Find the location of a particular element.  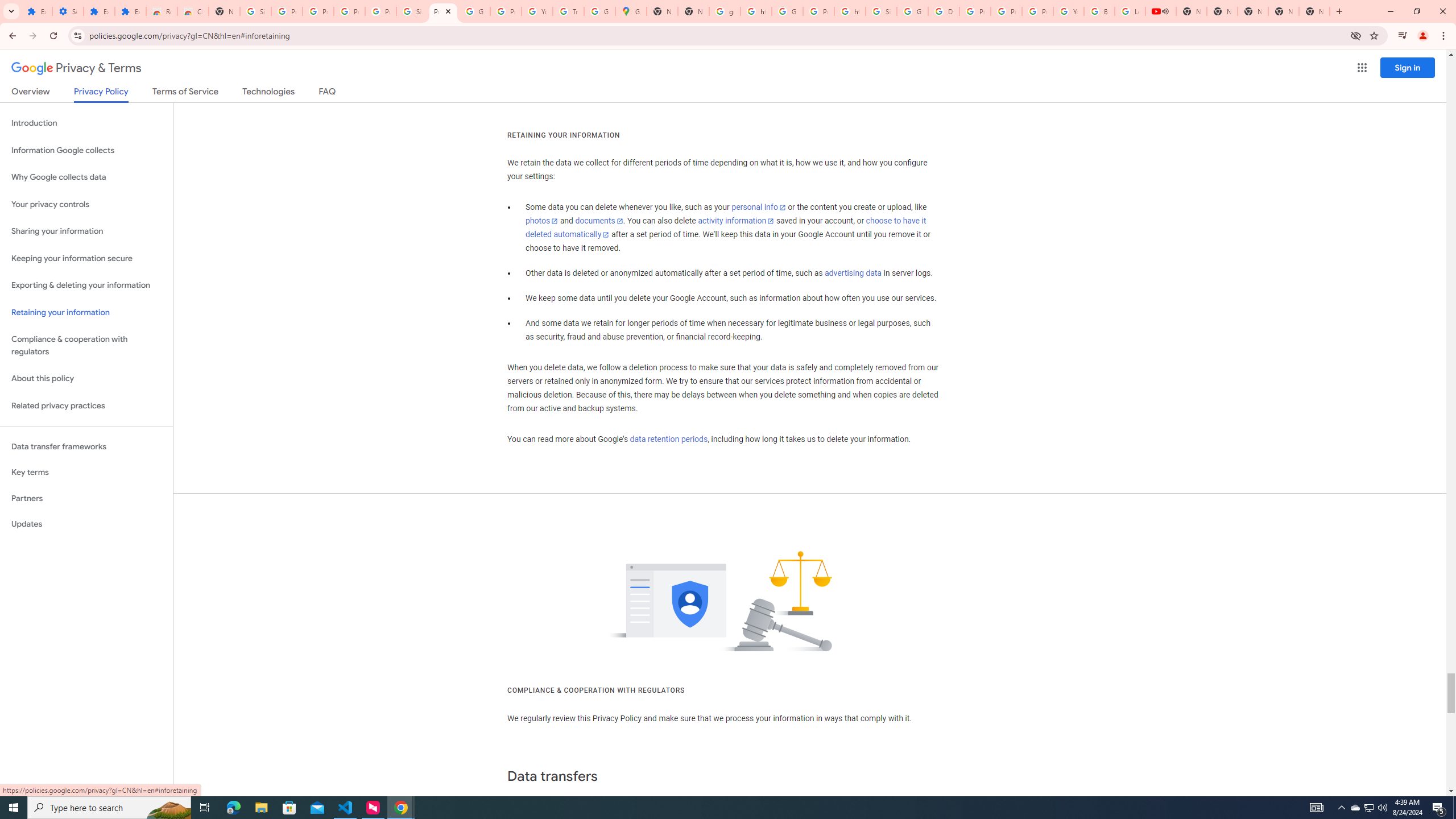

'Updates' is located at coordinates (86, 523).